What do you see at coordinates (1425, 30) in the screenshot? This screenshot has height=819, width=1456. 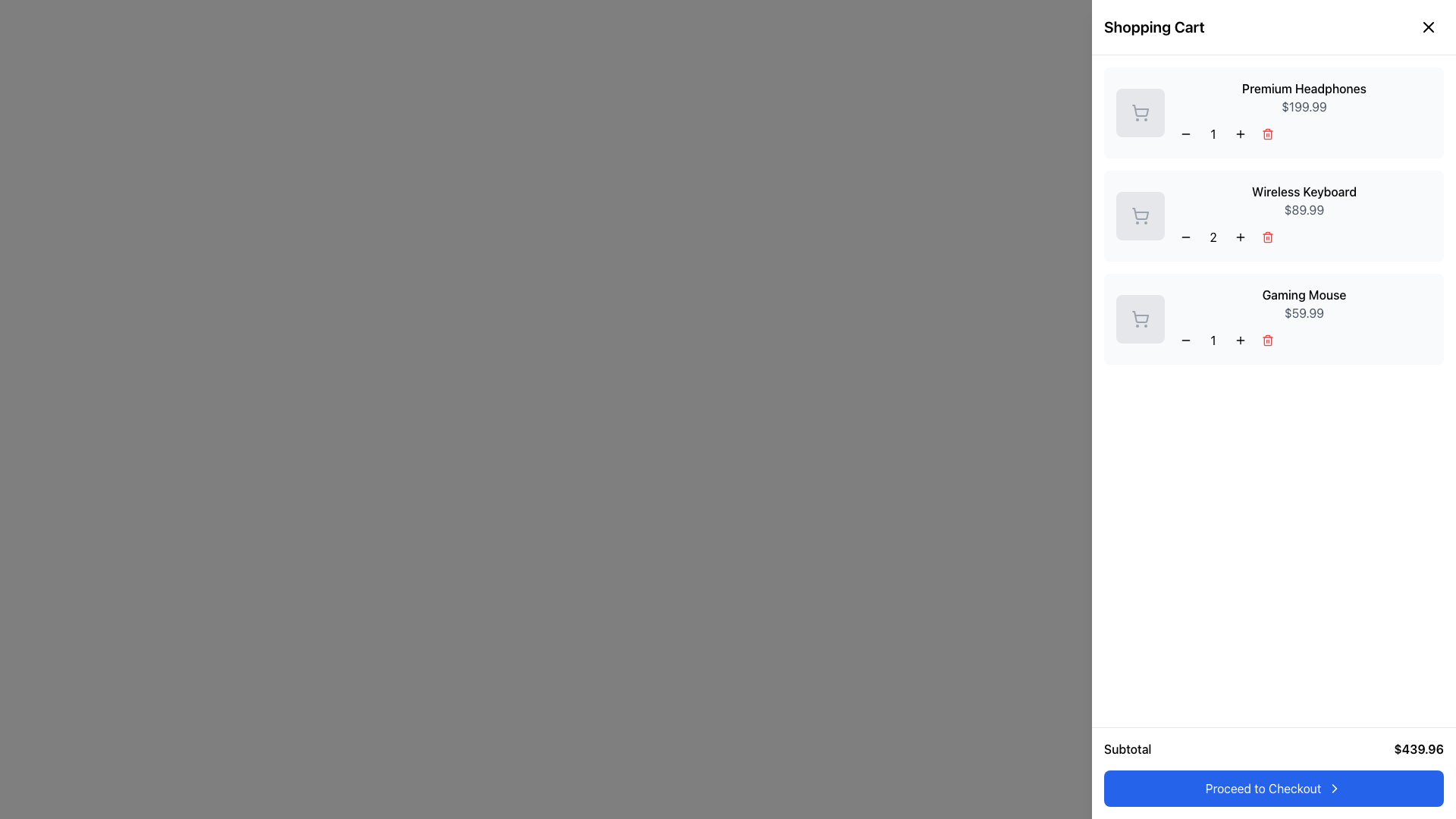 I see `the shopping cart icon embedded in the blue circular button located at the top-right corner of the user interface` at bounding box center [1425, 30].